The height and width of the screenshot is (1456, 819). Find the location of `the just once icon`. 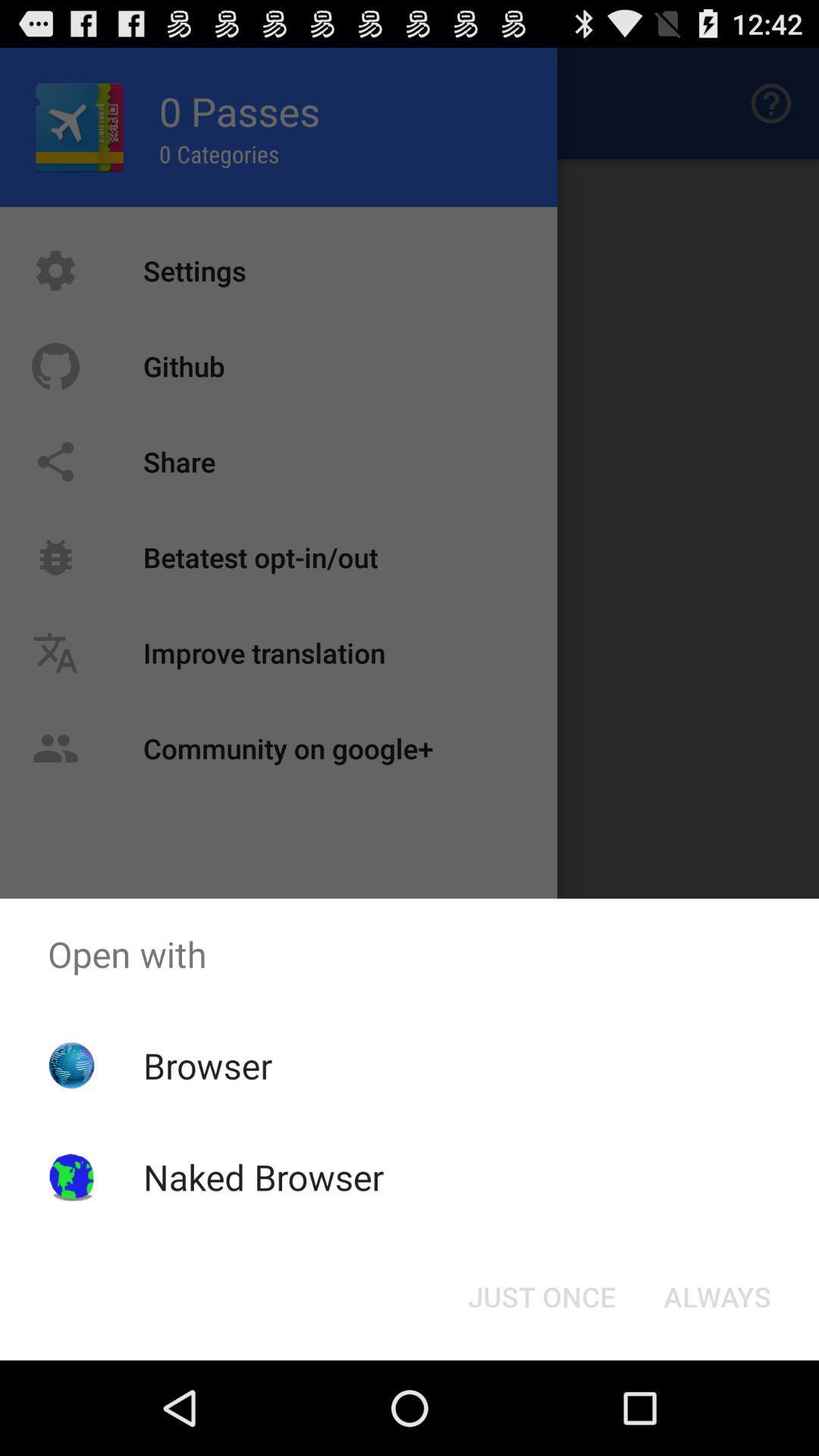

the just once icon is located at coordinates (541, 1295).